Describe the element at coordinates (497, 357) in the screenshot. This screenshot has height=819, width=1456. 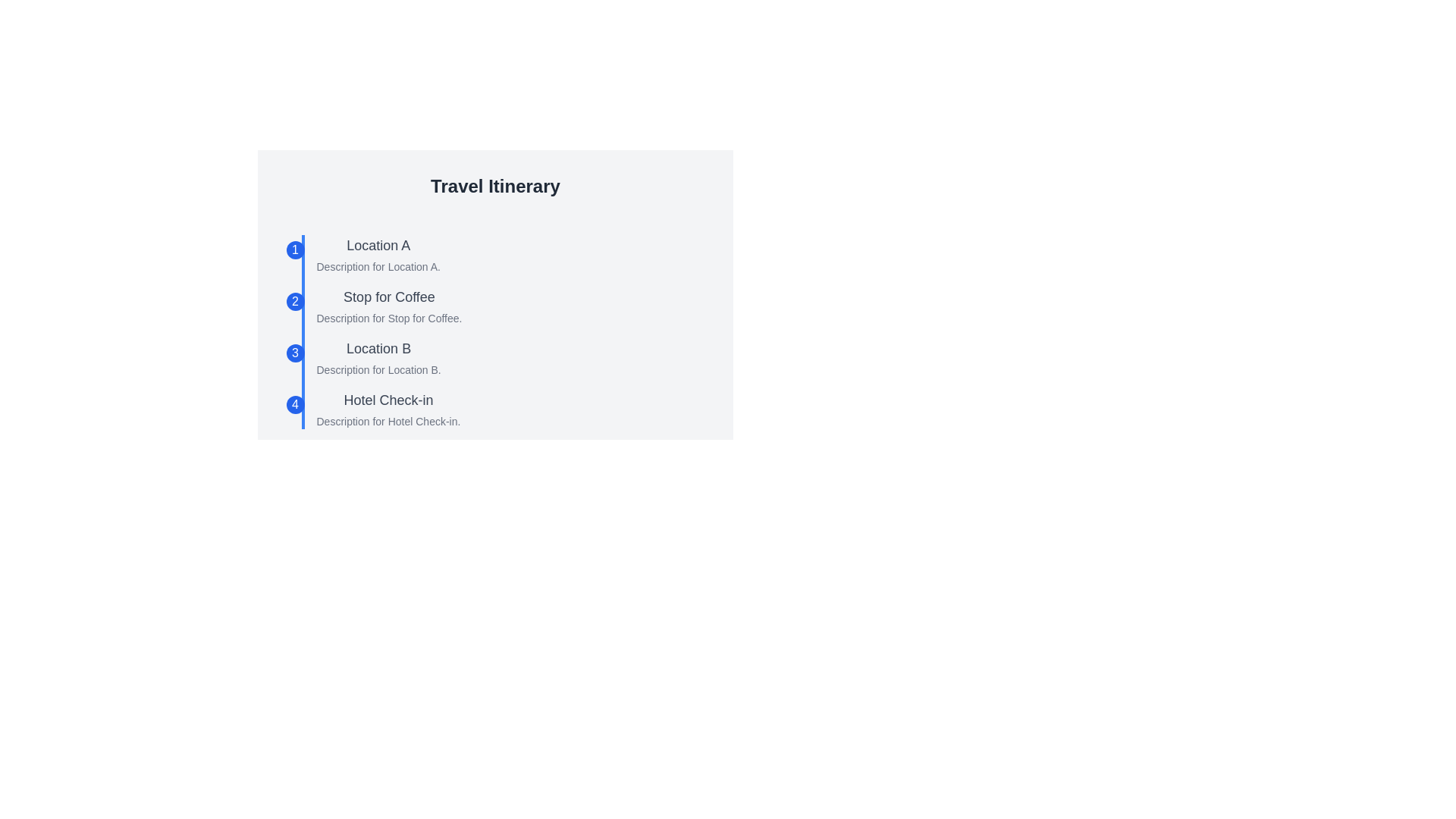
I see `the numbered circle associated with the textual display block titled 'Location B' in the Travel Itinerary section` at that location.